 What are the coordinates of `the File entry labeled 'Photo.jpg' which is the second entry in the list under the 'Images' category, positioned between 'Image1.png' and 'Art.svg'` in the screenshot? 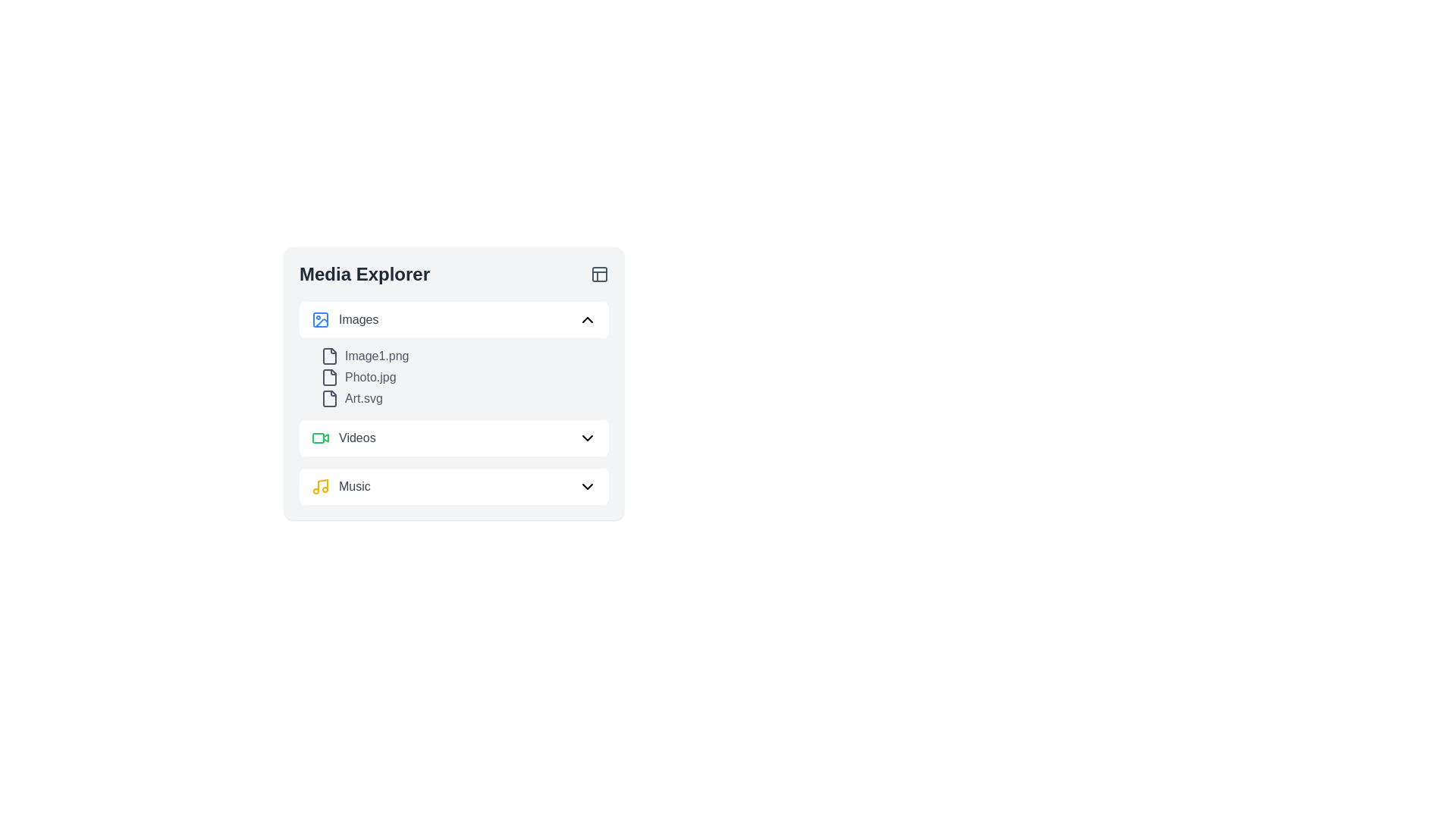 It's located at (464, 376).